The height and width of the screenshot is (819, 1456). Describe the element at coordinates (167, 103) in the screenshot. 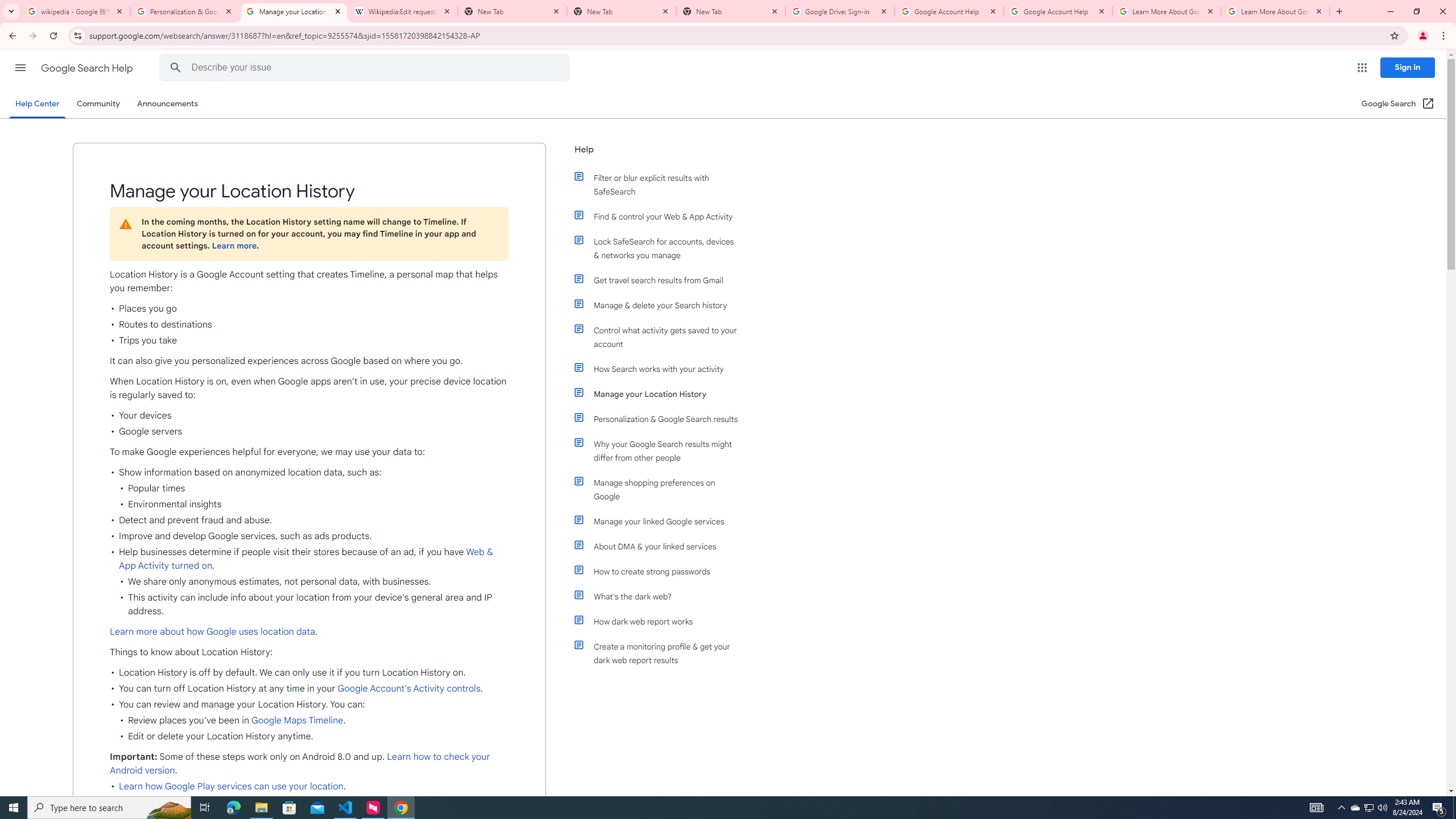

I see `'Announcements'` at that location.